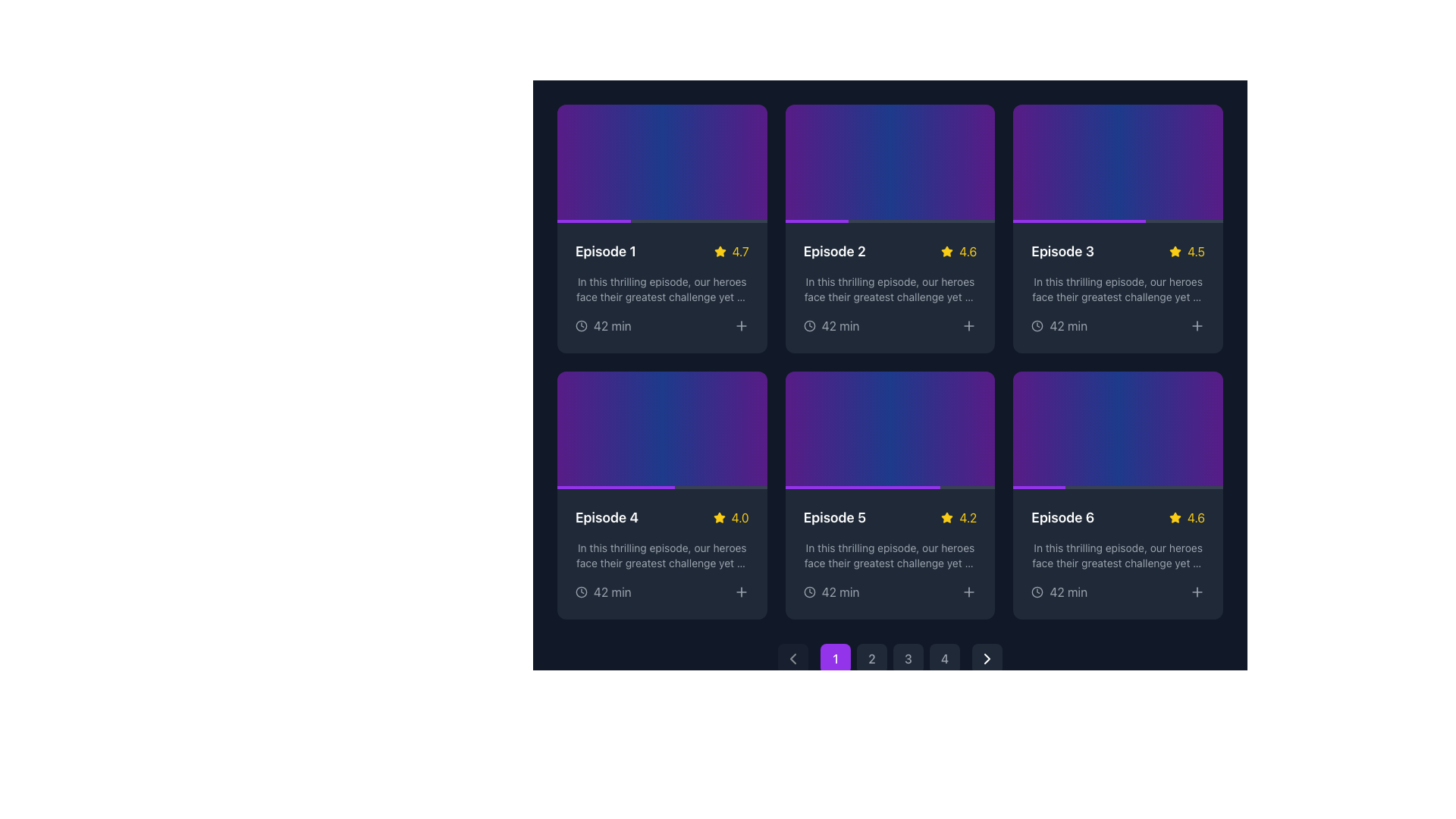  I want to click on rating value displayed on the text label located on the third card in the top row of the grid layout, specifically to the right of the star icon in the rating section of the card labeled 'Episode 3', so click(1195, 250).